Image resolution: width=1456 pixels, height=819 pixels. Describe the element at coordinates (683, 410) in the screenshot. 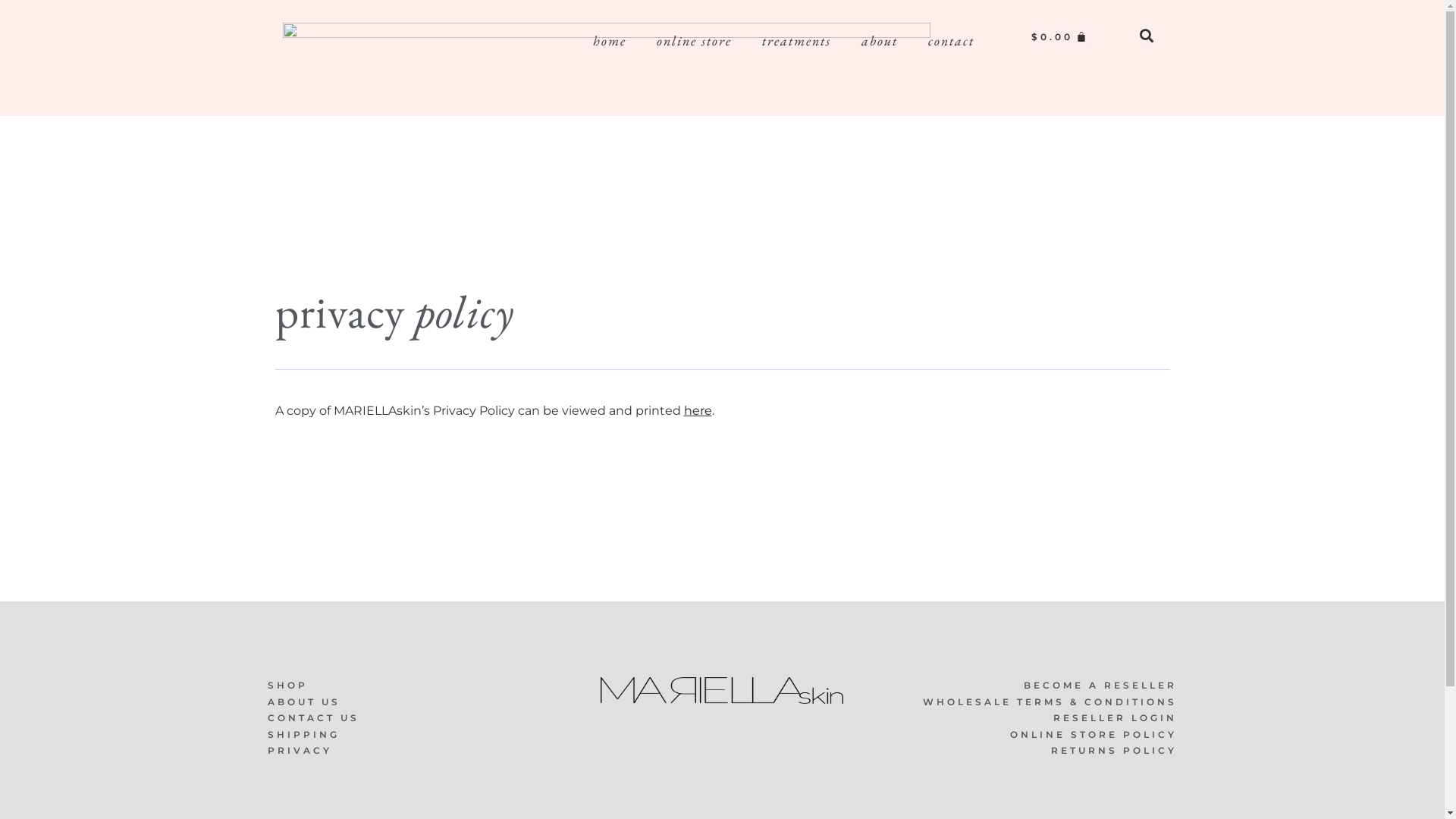

I see `'here'` at that location.